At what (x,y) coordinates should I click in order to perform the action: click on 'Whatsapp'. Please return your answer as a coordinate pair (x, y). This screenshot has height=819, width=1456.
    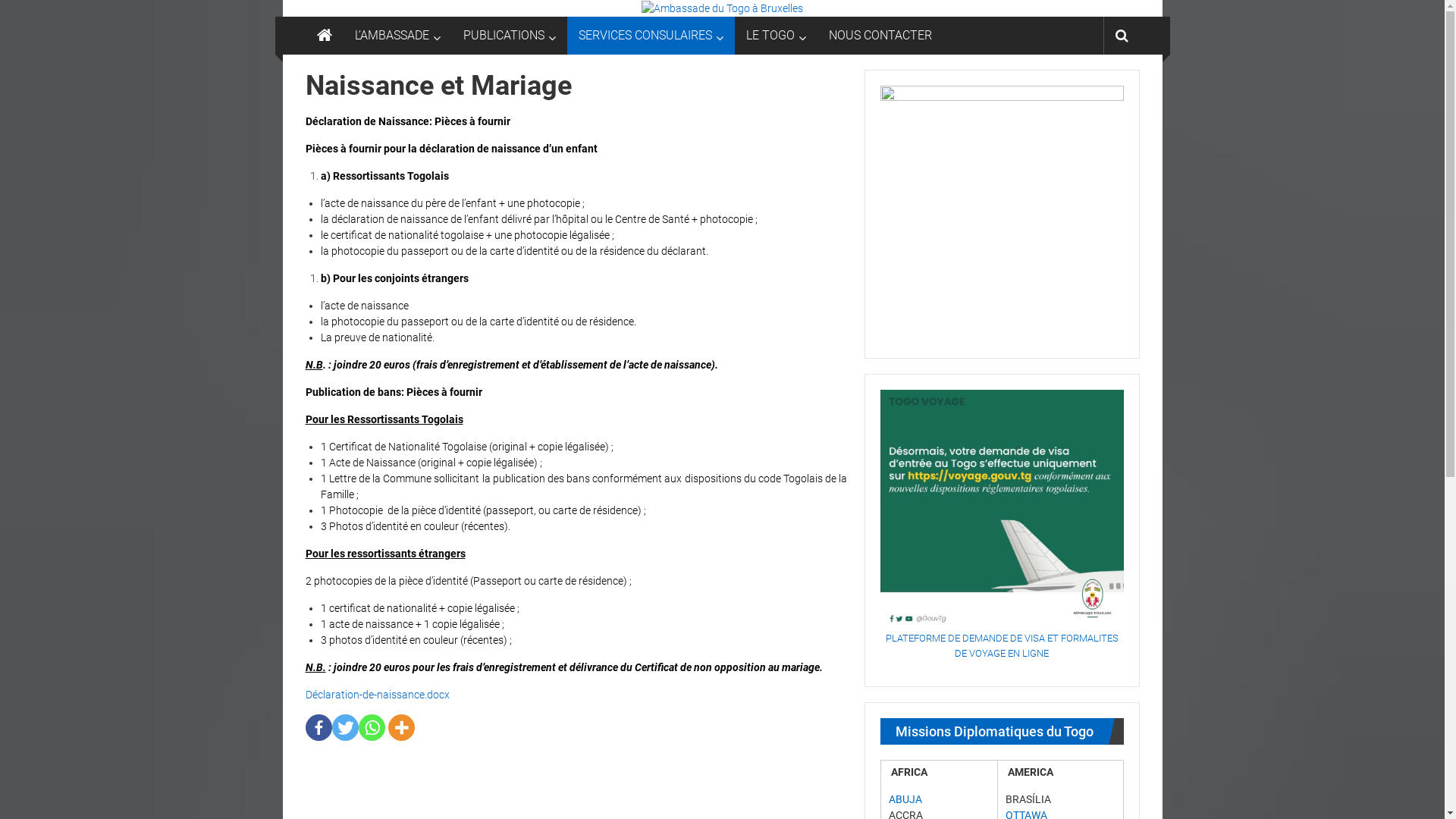
    Looking at the image, I should click on (371, 726).